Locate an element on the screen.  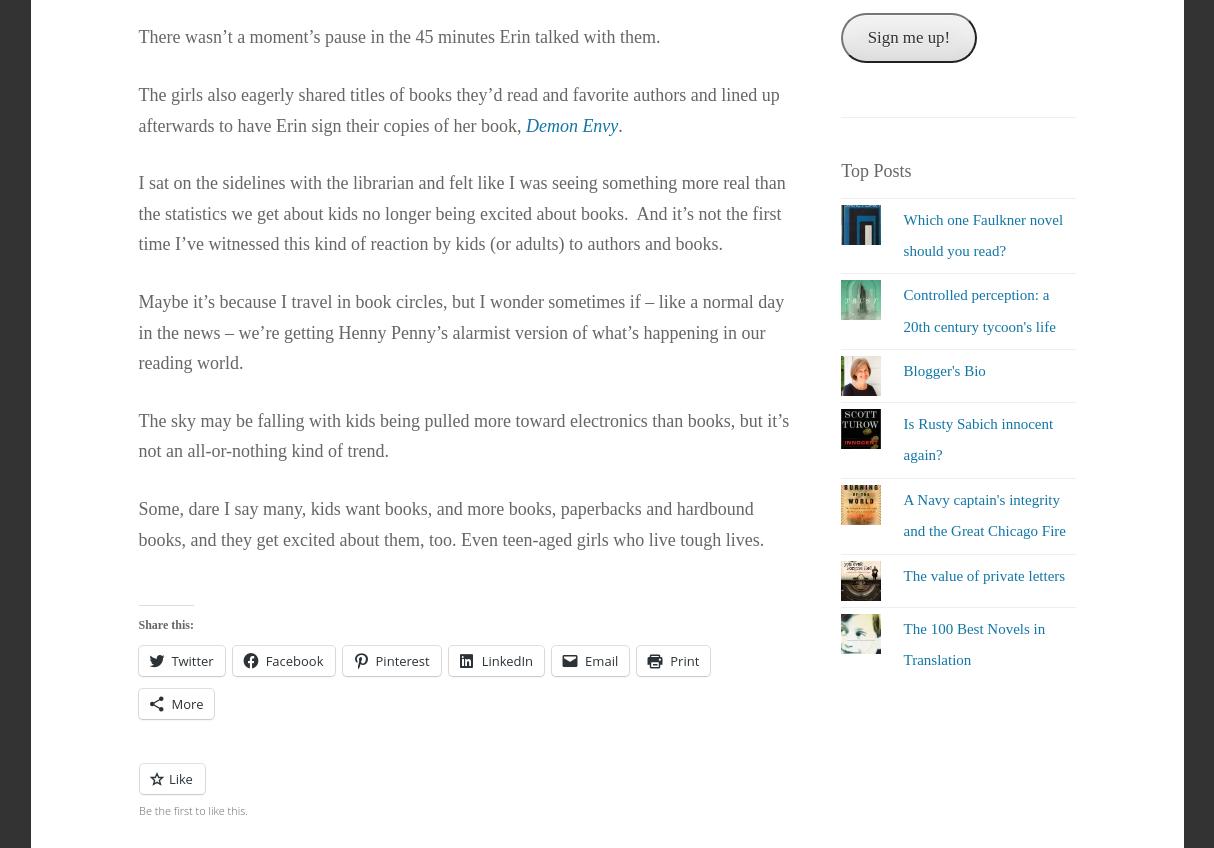
'.' is located at coordinates (617, 123).